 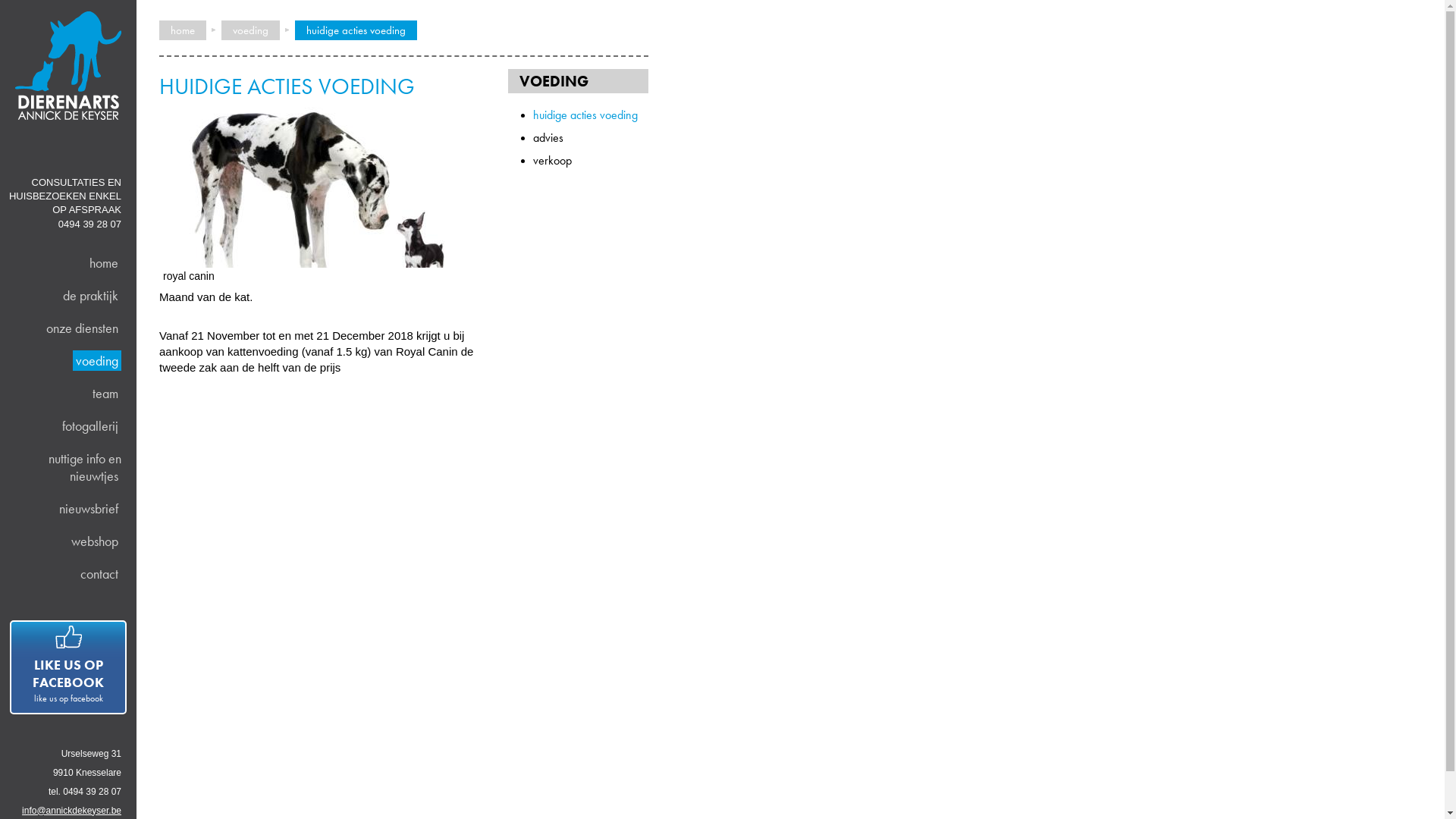 What do you see at coordinates (98, 573) in the screenshot?
I see `'contact'` at bounding box center [98, 573].